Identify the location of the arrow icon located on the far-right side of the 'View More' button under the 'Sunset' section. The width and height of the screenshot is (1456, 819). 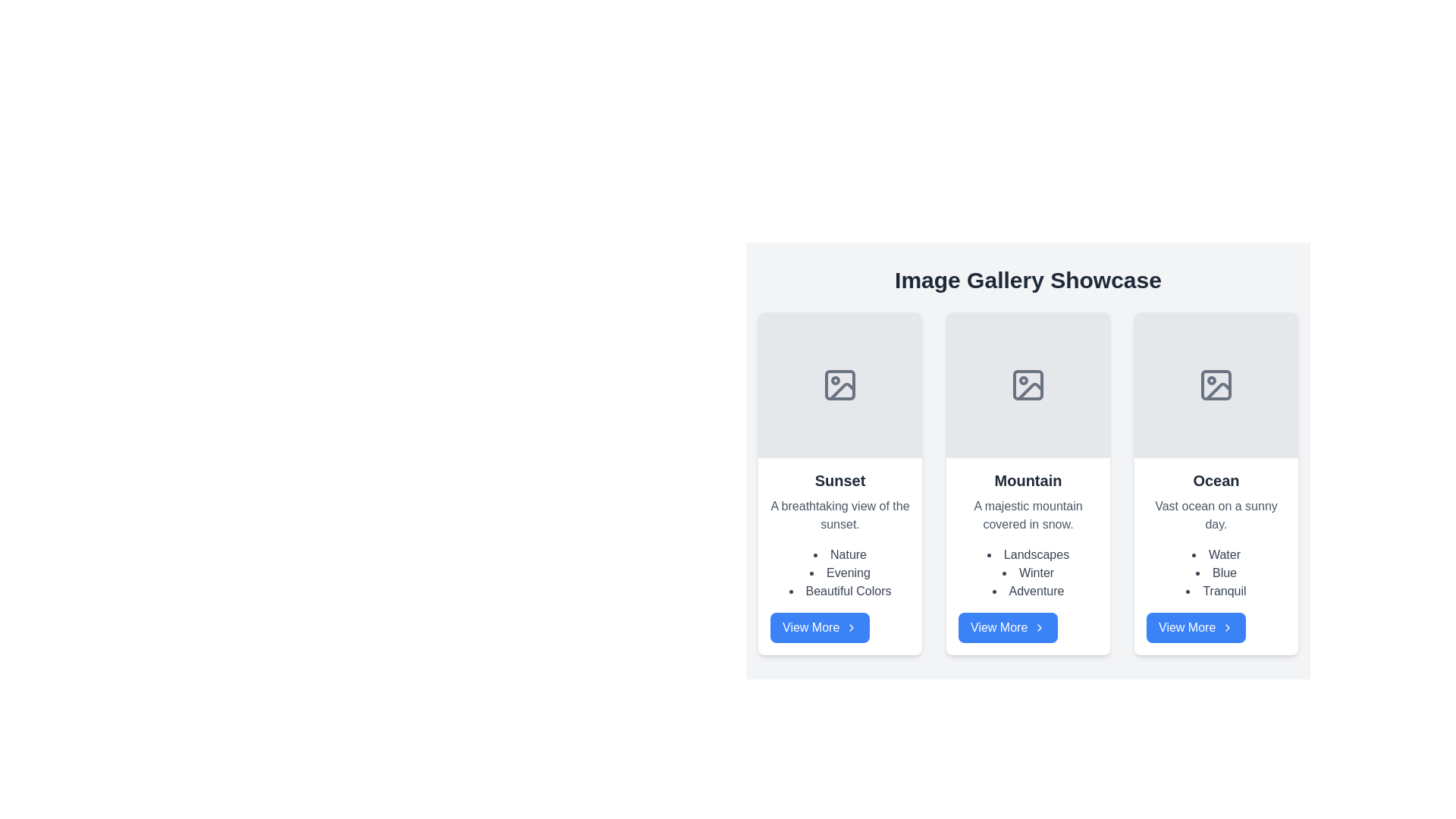
(852, 628).